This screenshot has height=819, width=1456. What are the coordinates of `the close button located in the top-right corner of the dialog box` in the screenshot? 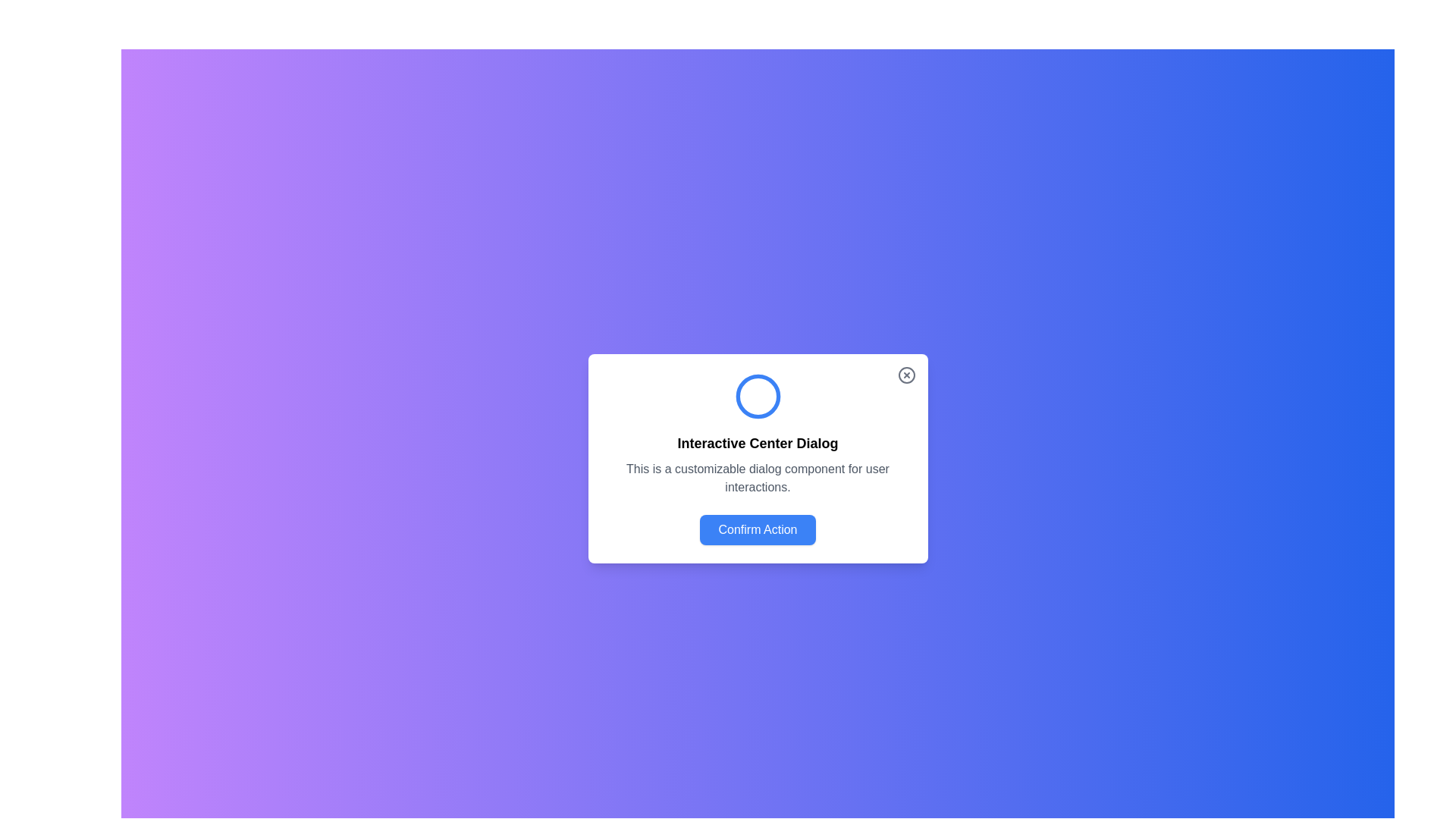 It's located at (906, 375).